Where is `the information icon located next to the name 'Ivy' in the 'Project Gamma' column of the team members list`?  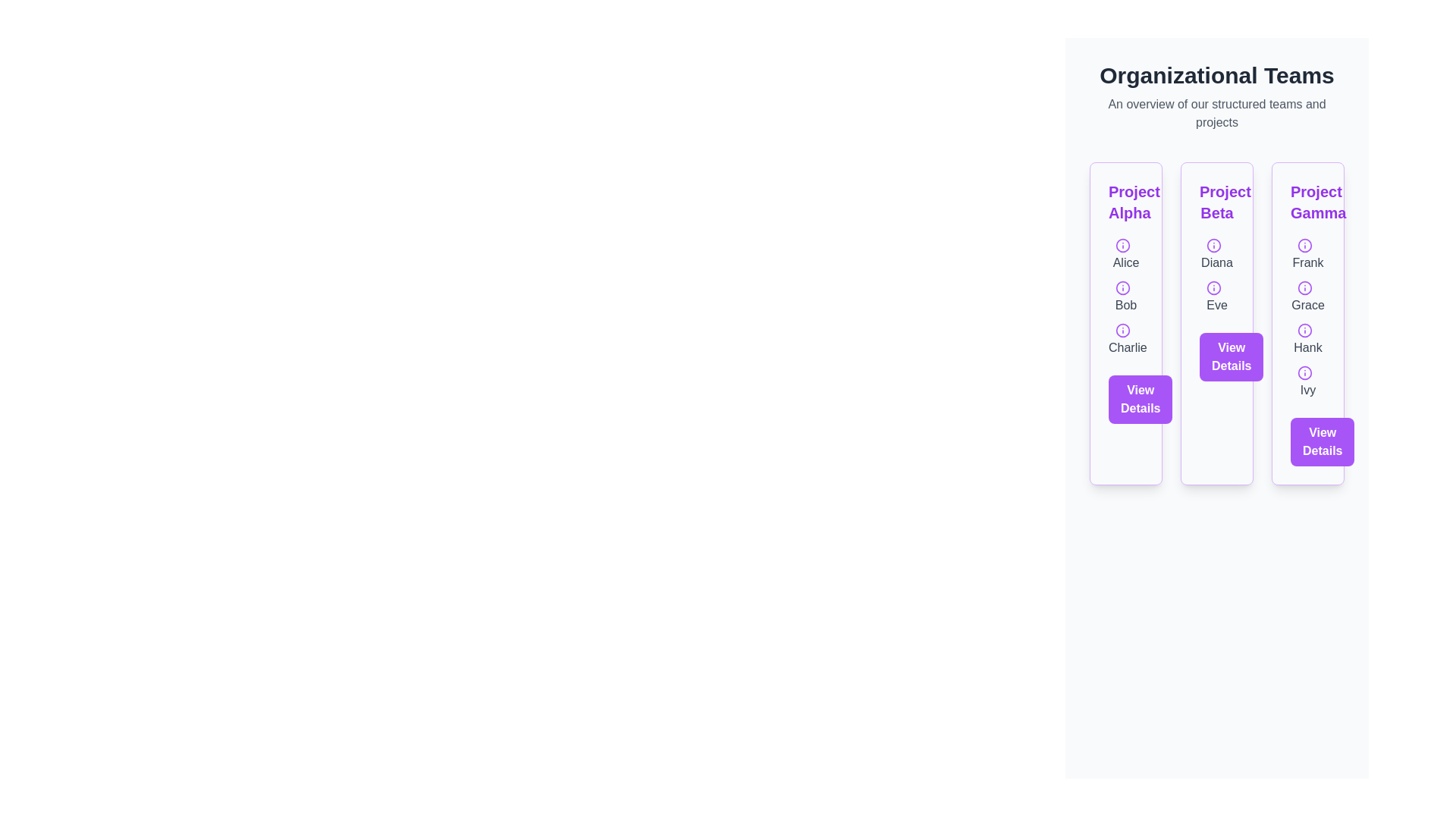 the information icon located next to the name 'Ivy' in the 'Project Gamma' column of the team members list is located at coordinates (1304, 372).